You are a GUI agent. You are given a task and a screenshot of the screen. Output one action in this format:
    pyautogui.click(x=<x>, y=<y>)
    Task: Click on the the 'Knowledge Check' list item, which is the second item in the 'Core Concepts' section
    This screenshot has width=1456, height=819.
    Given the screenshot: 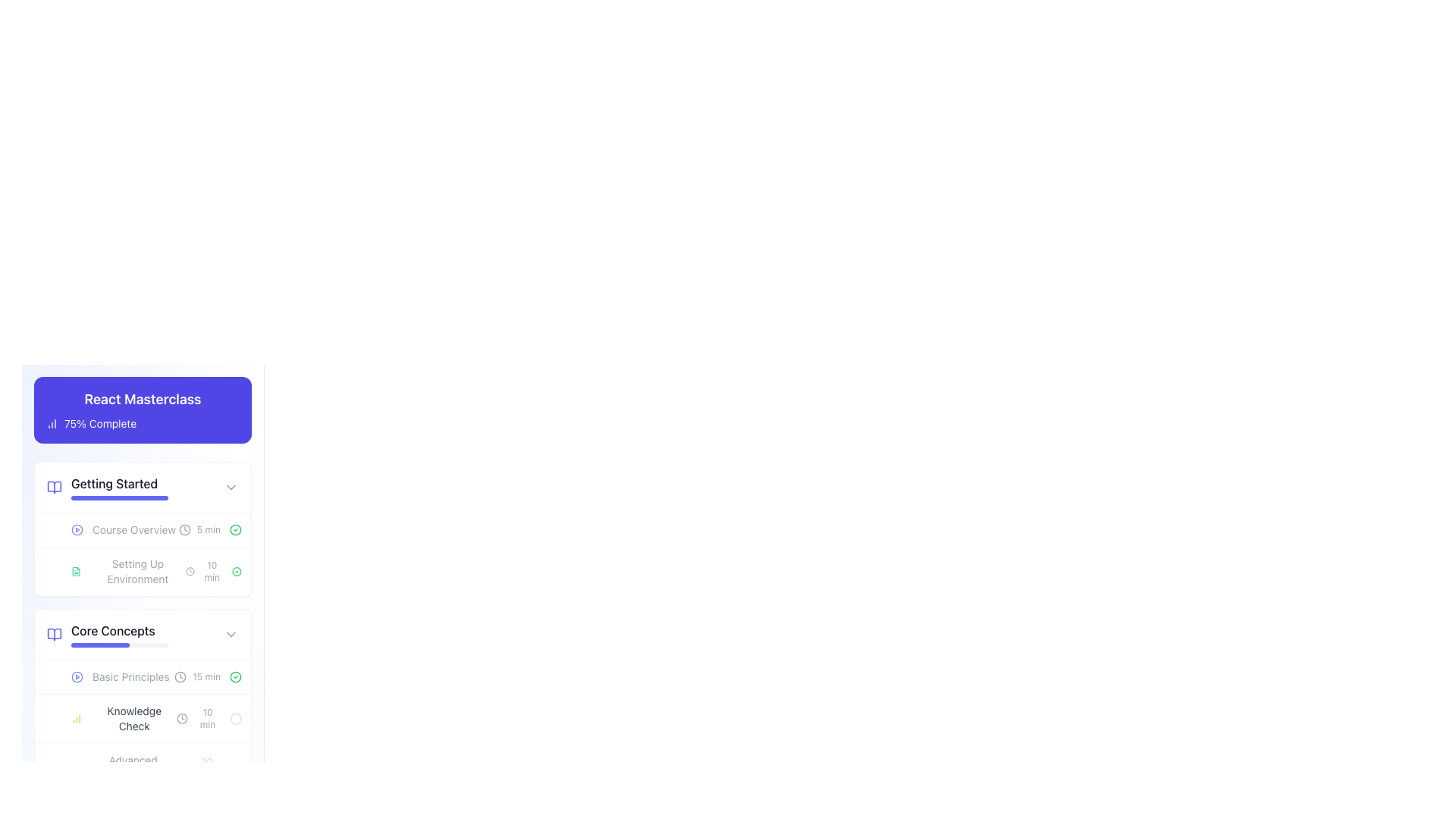 What is the action you would take?
    pyautogui.click(x=143, y=725)
    